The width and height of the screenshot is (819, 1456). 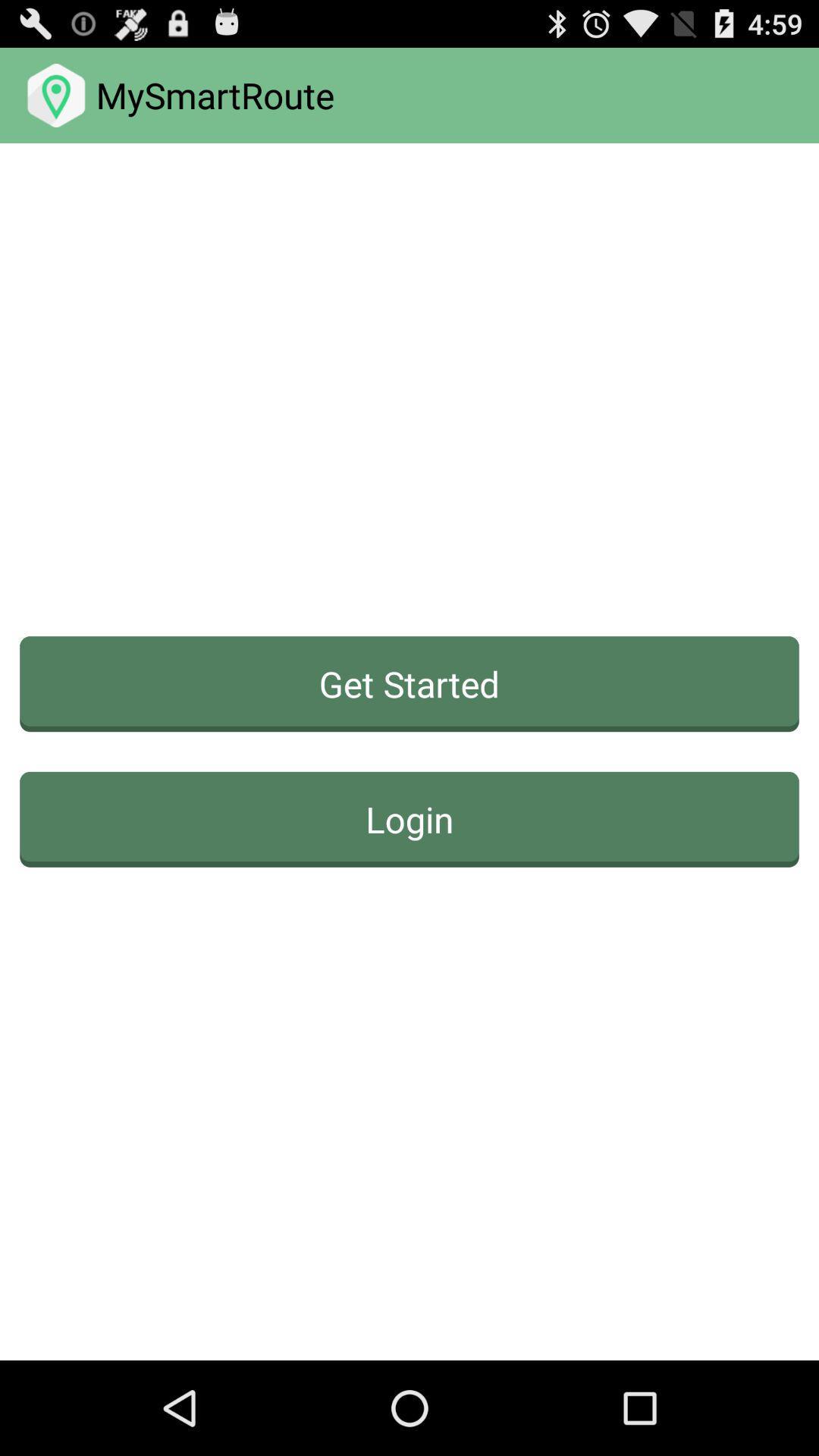 I want to click on login button, so click(x=409, y=818).